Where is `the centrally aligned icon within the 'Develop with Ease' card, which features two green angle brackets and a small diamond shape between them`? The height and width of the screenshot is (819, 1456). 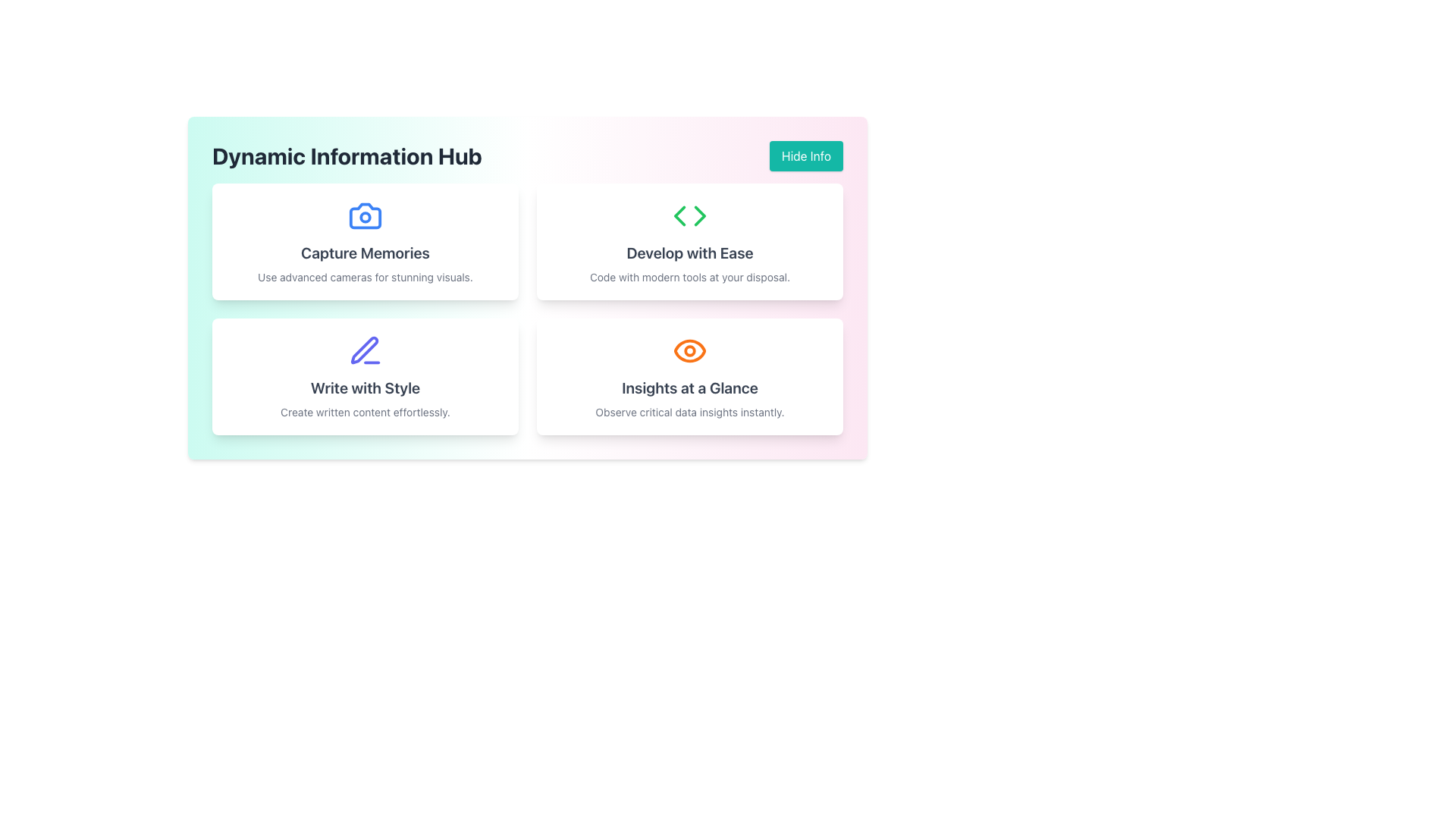
the centrally aligned icon within the 'Develop with Ease' card, which features two green angle brackets and a small diamond shape between them is located at coordinates (689, 216).